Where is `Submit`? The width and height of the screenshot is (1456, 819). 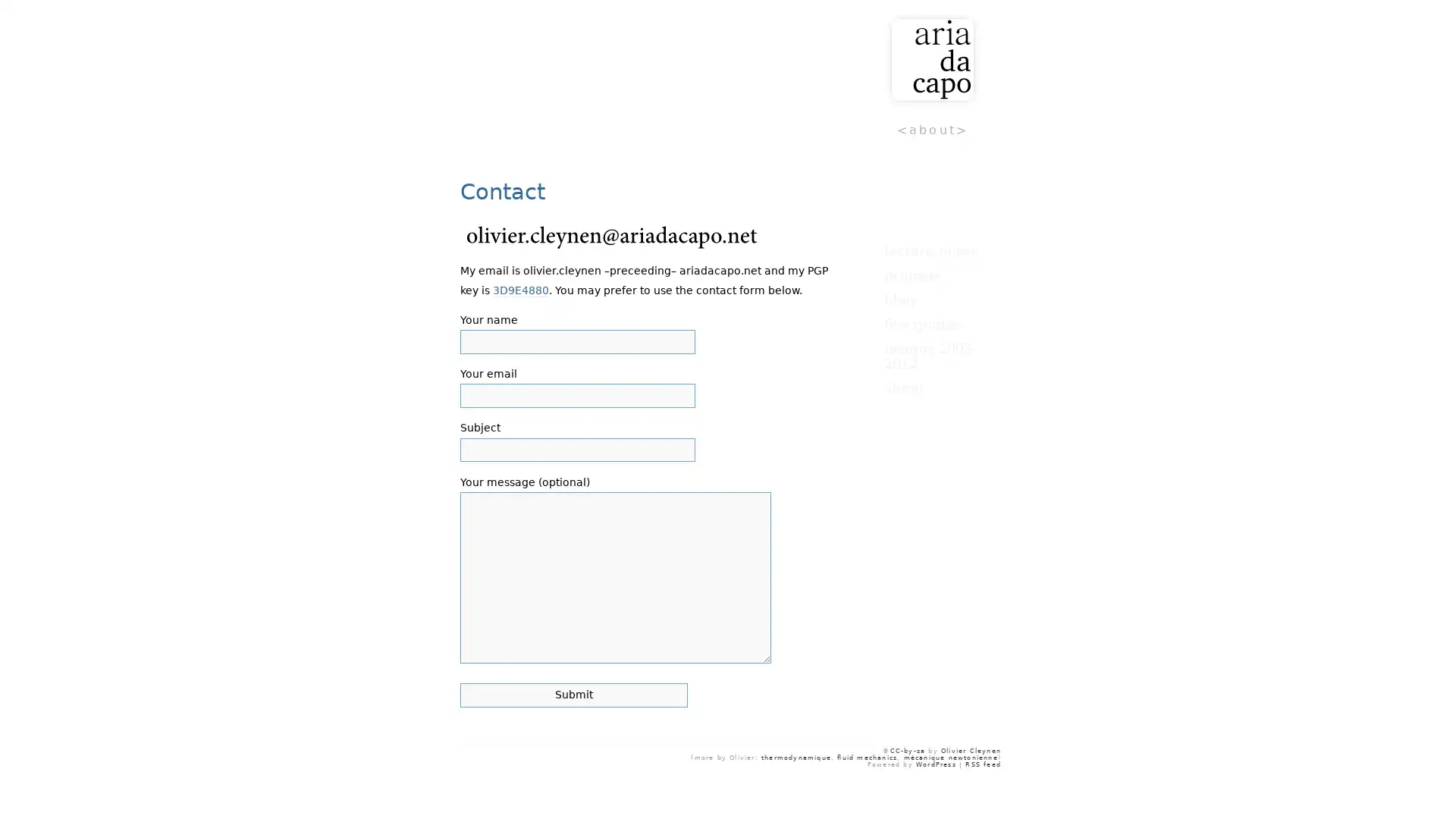 Submit is located at coordinates (573, 695).